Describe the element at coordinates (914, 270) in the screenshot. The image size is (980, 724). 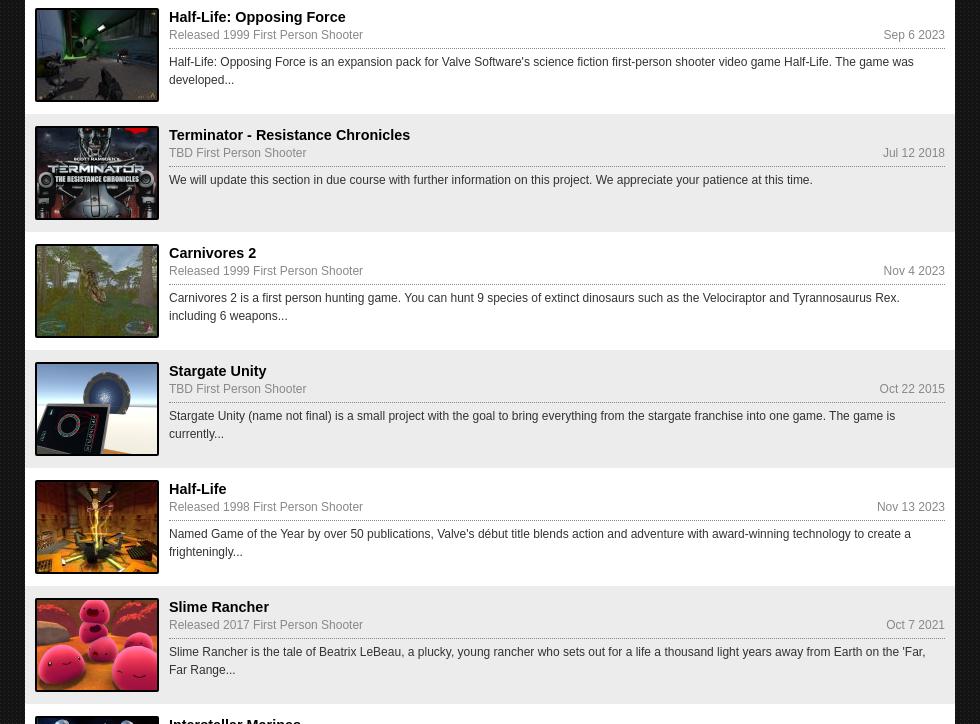
I see `'Nov 4 2023'` at that location.